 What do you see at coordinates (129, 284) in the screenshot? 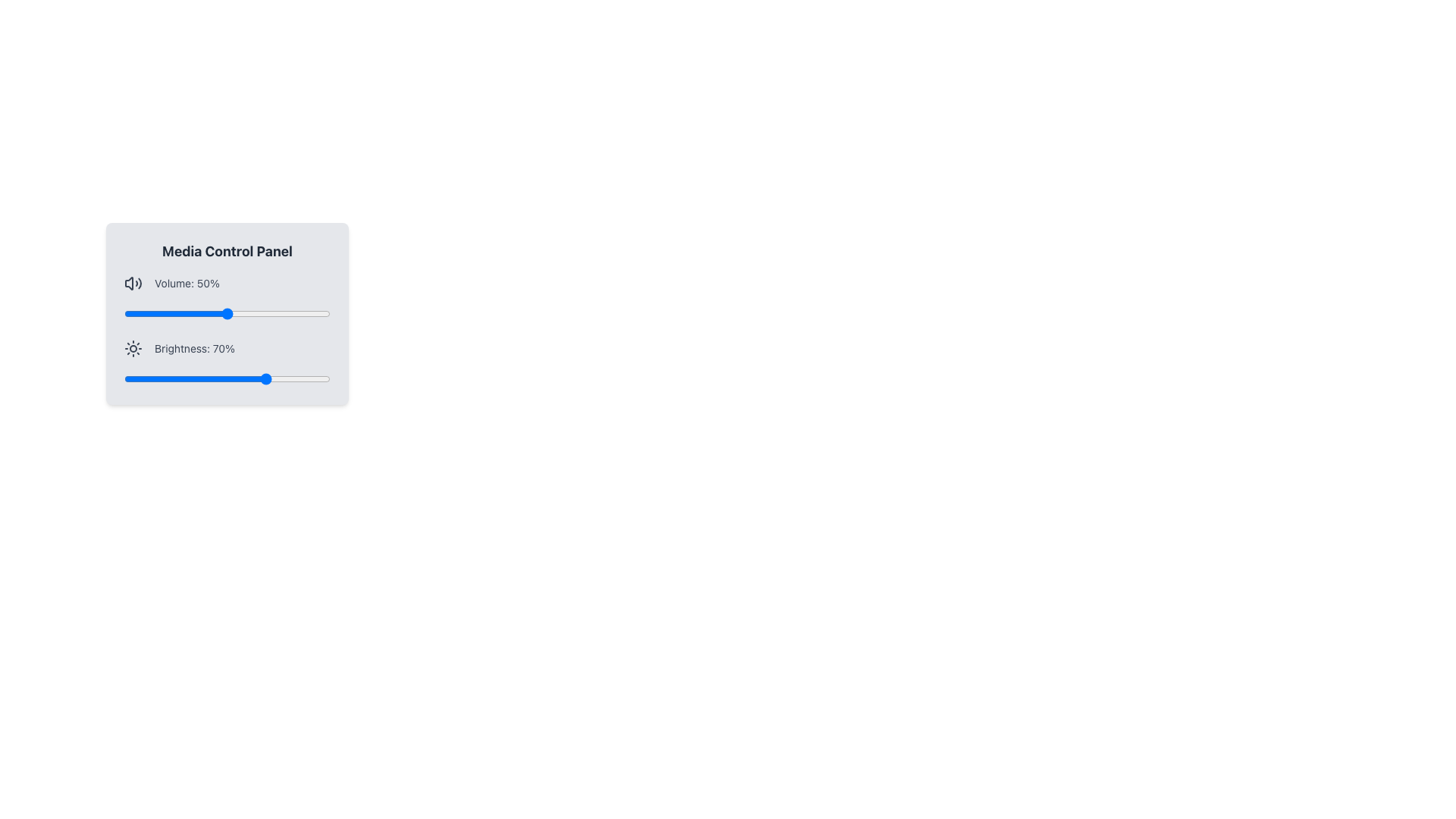
I see `the main body of the speaker icon, which is positioned to the left of the two circular wave indicators` at bounding box center [129, 284].